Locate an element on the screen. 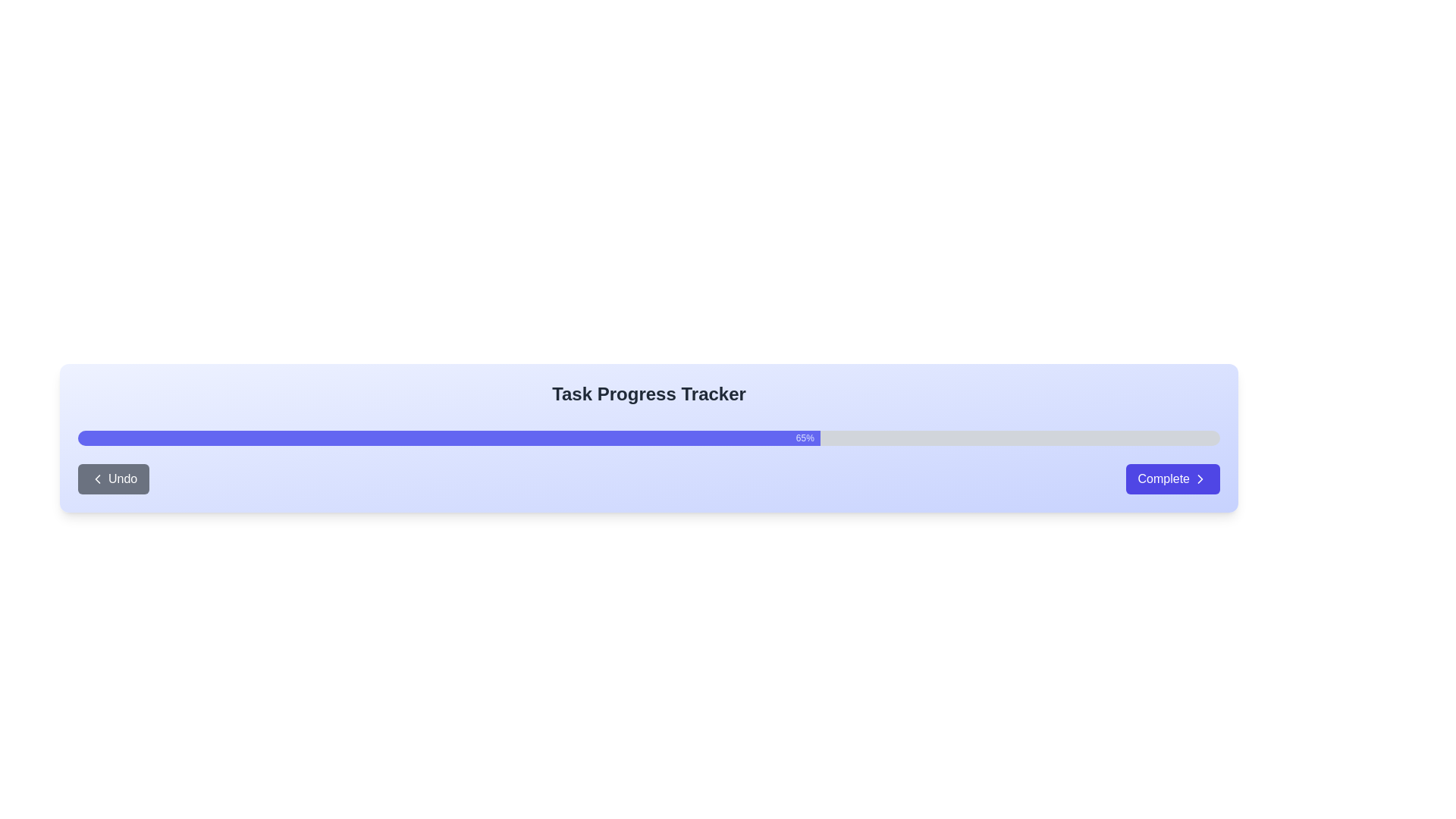 Image resolution: width=1456 pixels, height=819 pixels. the progress bar with a visible percentage text '65%' on a light blue background, located beneath the 'Task Progress Tracker' title is located at coordinates (648, 438).